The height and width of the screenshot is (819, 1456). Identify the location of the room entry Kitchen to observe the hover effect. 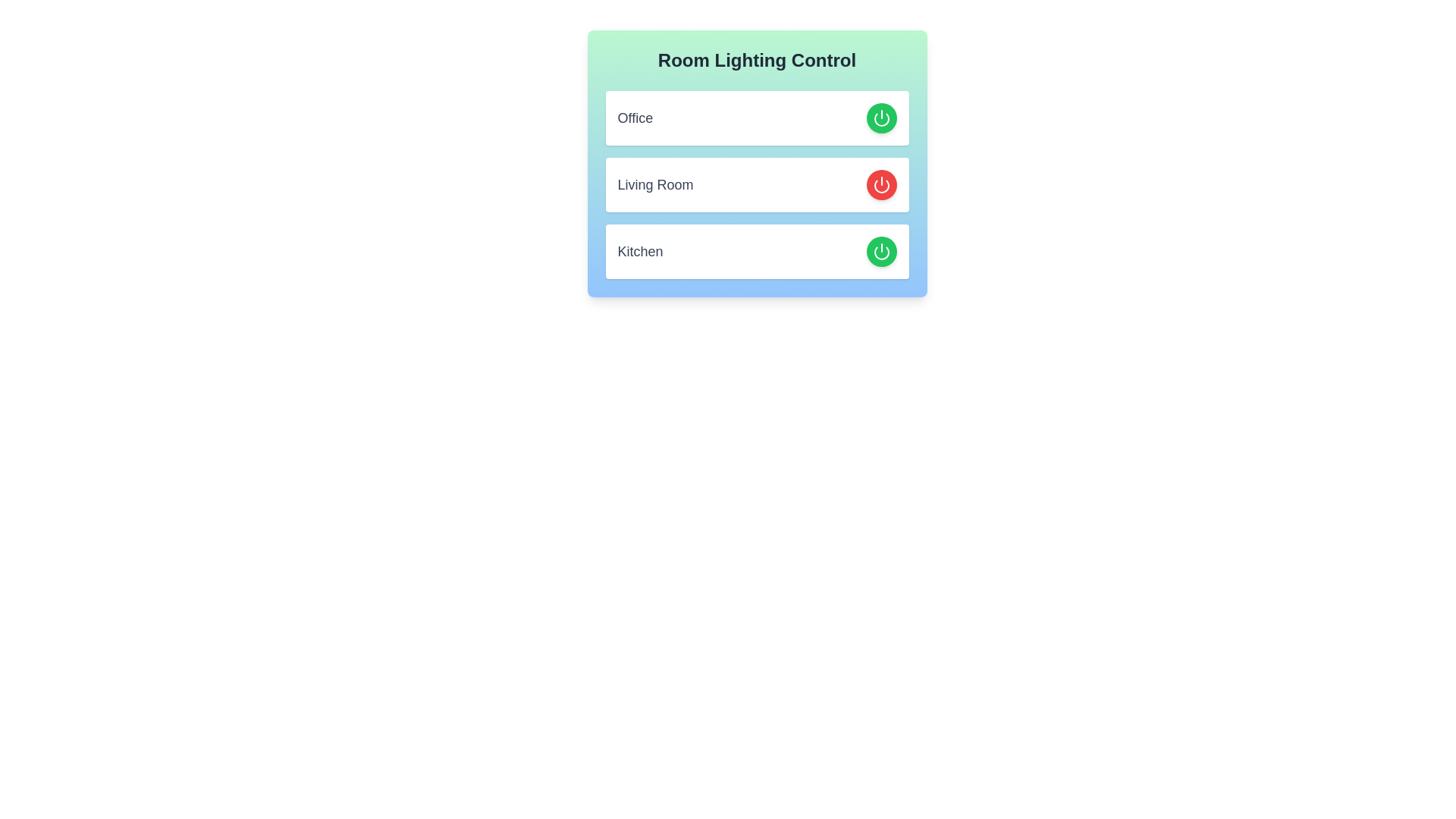
(757, 250).